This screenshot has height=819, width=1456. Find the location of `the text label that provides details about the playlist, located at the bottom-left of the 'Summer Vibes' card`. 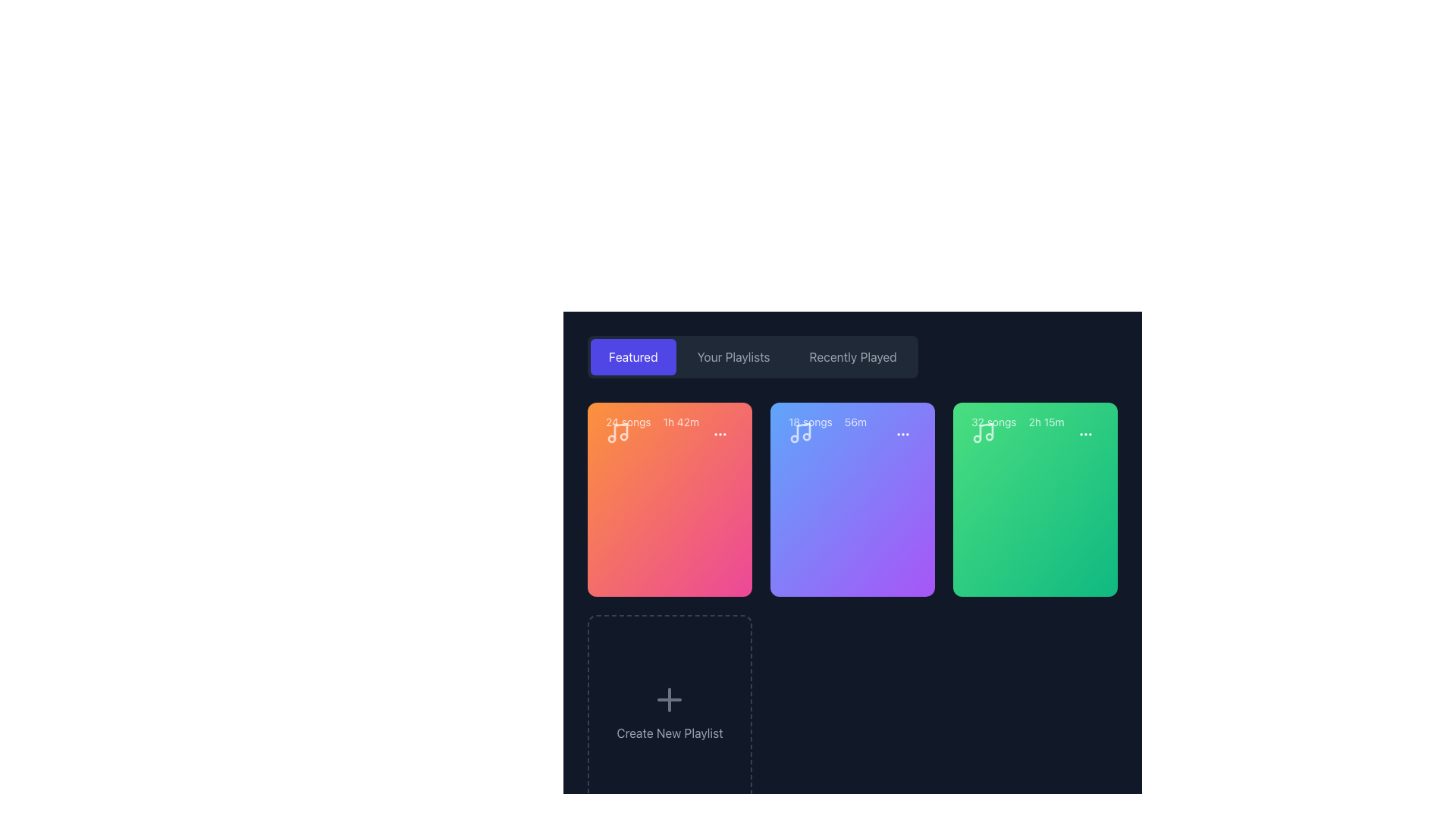

the text label that provides details about the playlist, located at the bottom-left of the 'Summer Vibes' card is located at coordinates (652, 422).